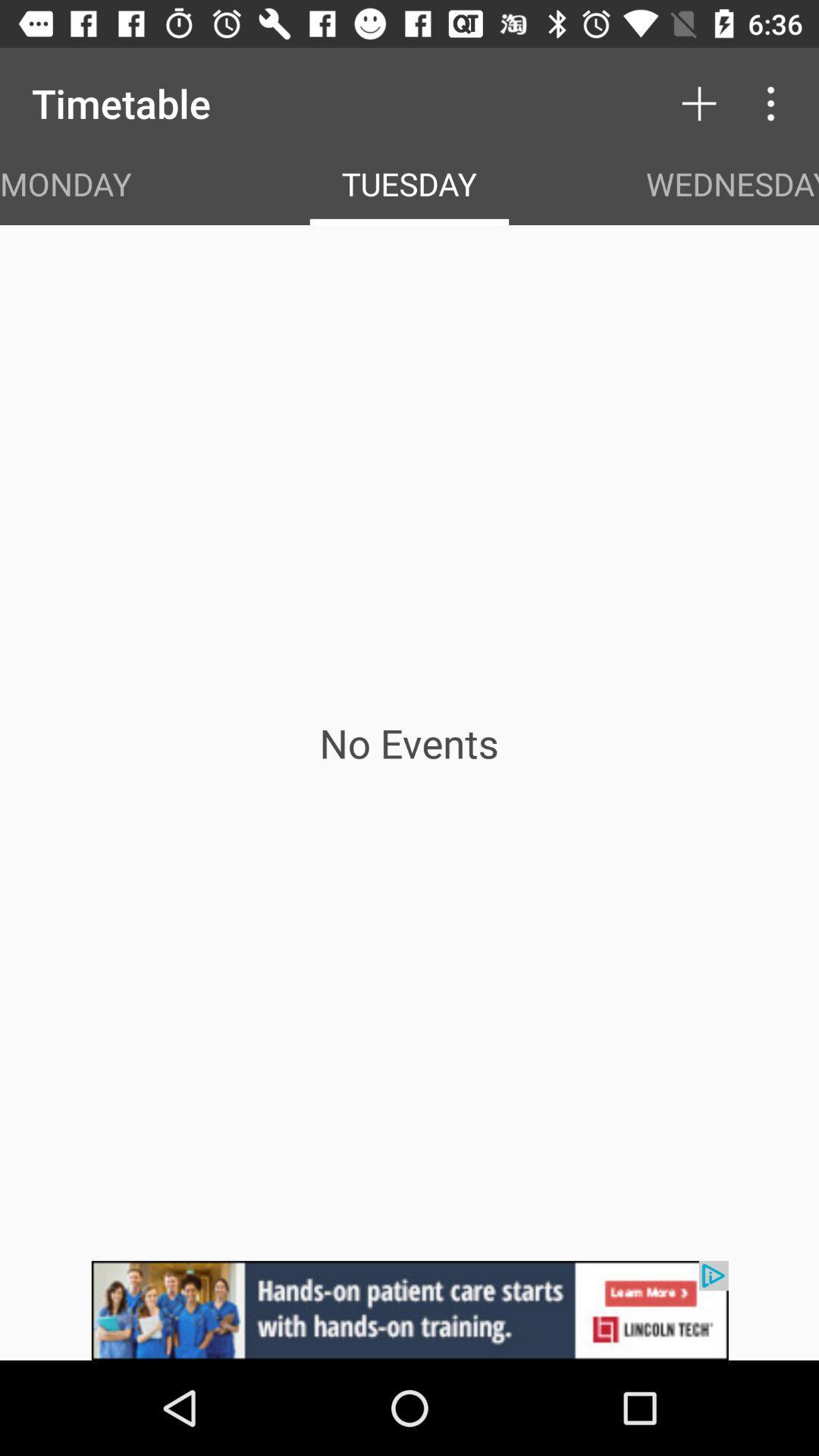 This screenshot has width=819, height=1456. What do you see at coordinates (409, 1310) in the screenshot?
I see `advertisement for lincoln tech` at bounding box center [409, 1310].